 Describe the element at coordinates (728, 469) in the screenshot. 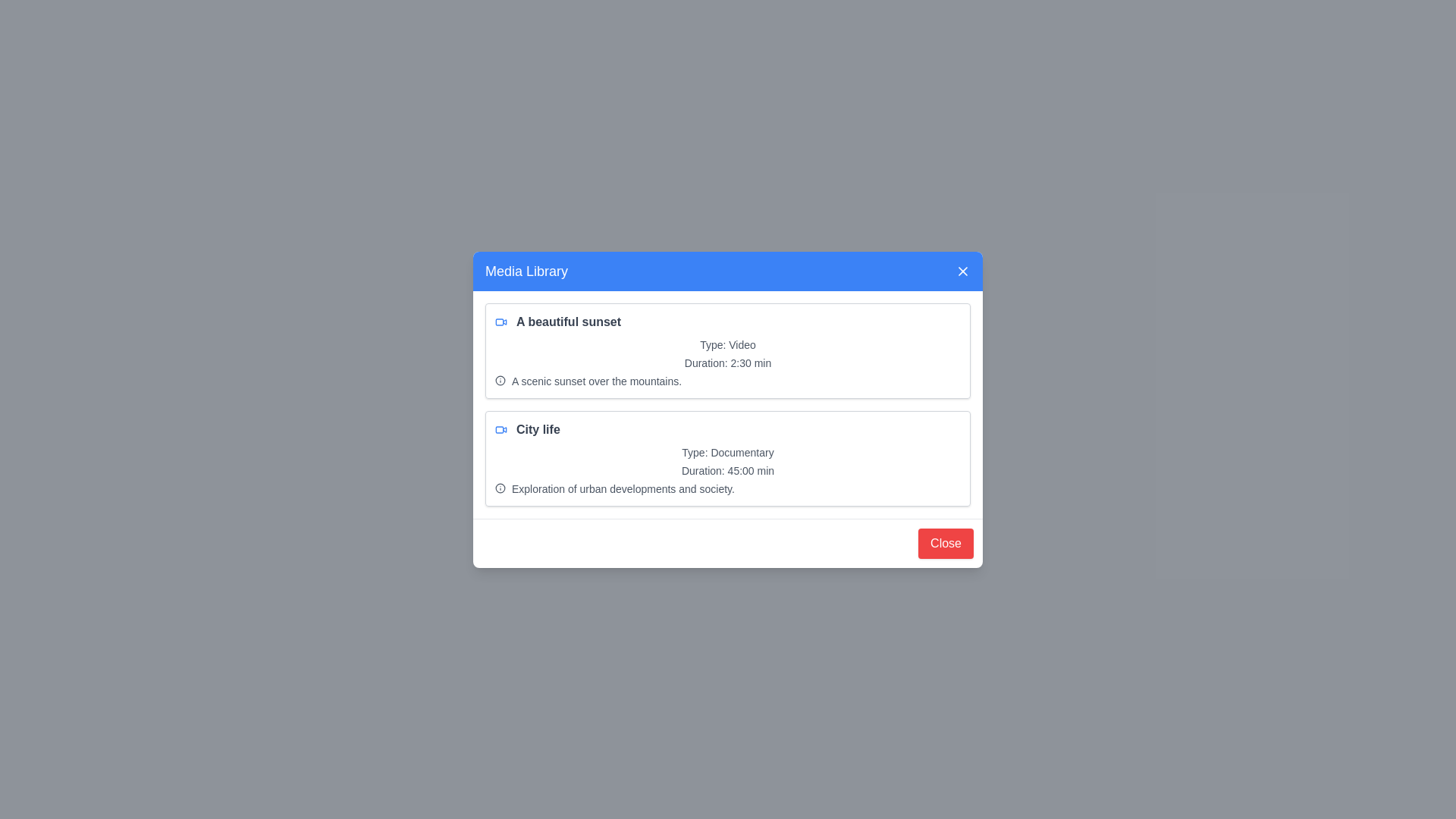

I see `the text label displaying the duration of the media item 'City life', located beneath the 'Type: Documentary' field` at that location.